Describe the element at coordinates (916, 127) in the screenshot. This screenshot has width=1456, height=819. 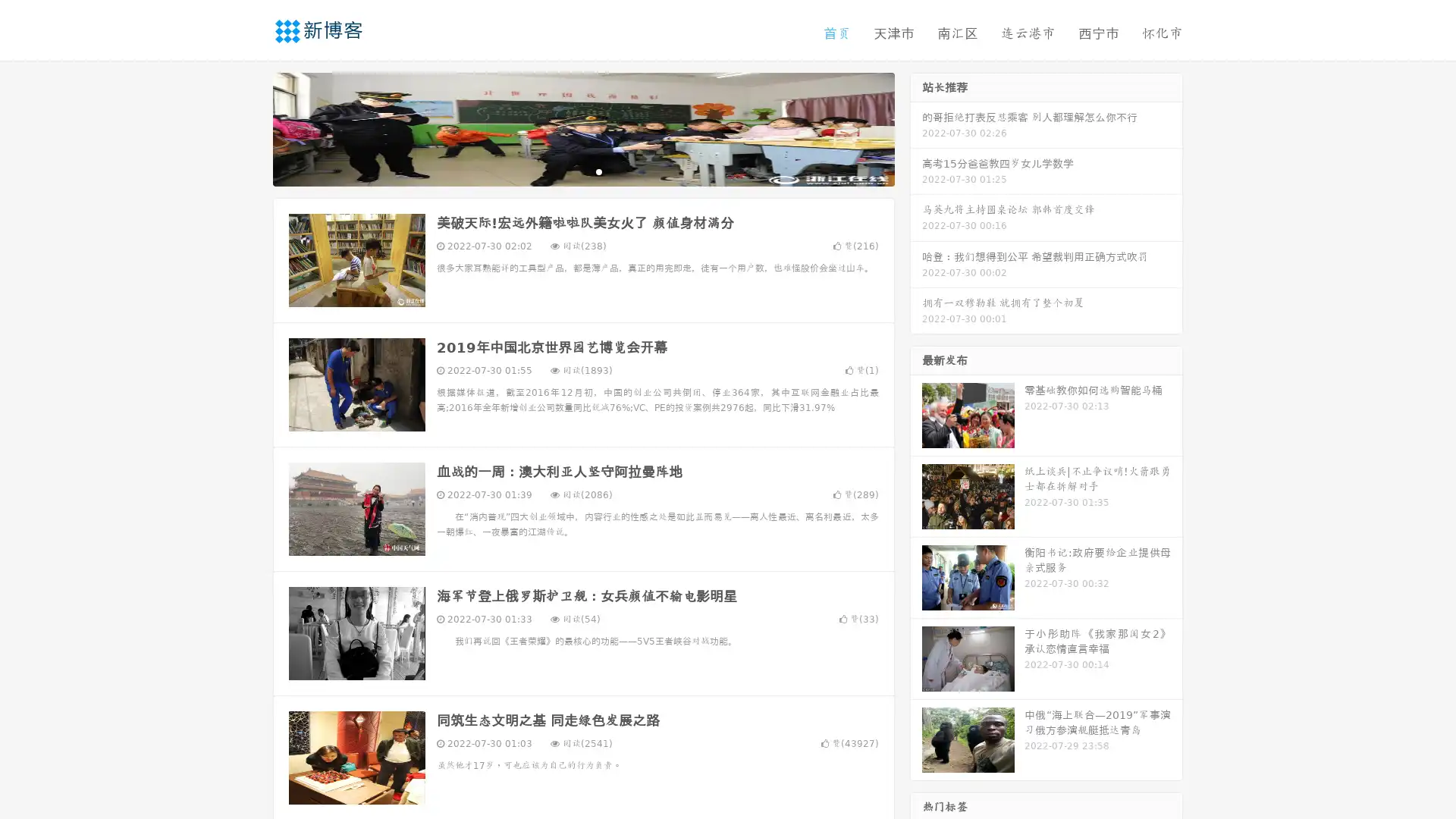
I see `Next slide` at that location.